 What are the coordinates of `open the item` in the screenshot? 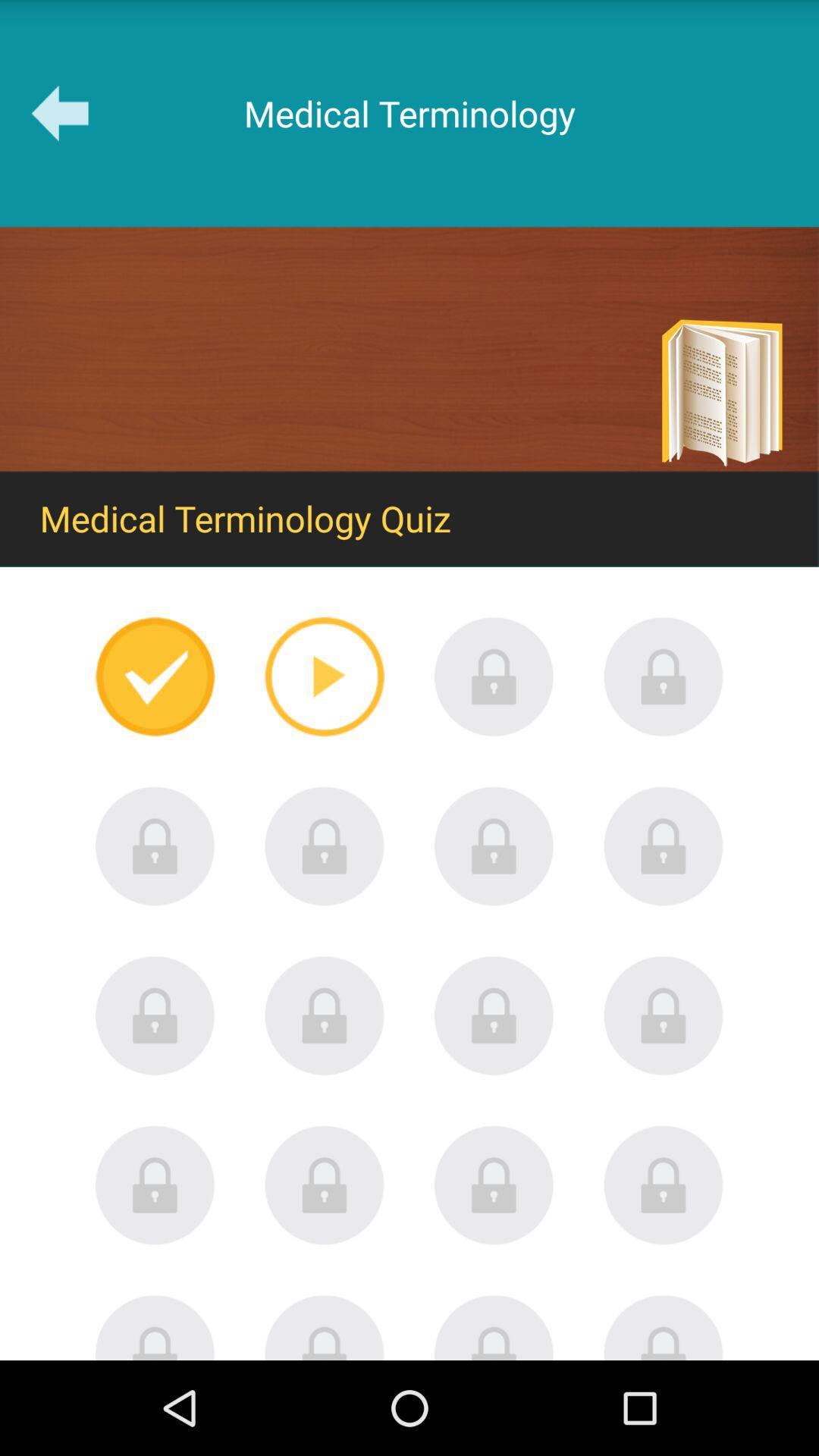 It's located at (494, 1185).